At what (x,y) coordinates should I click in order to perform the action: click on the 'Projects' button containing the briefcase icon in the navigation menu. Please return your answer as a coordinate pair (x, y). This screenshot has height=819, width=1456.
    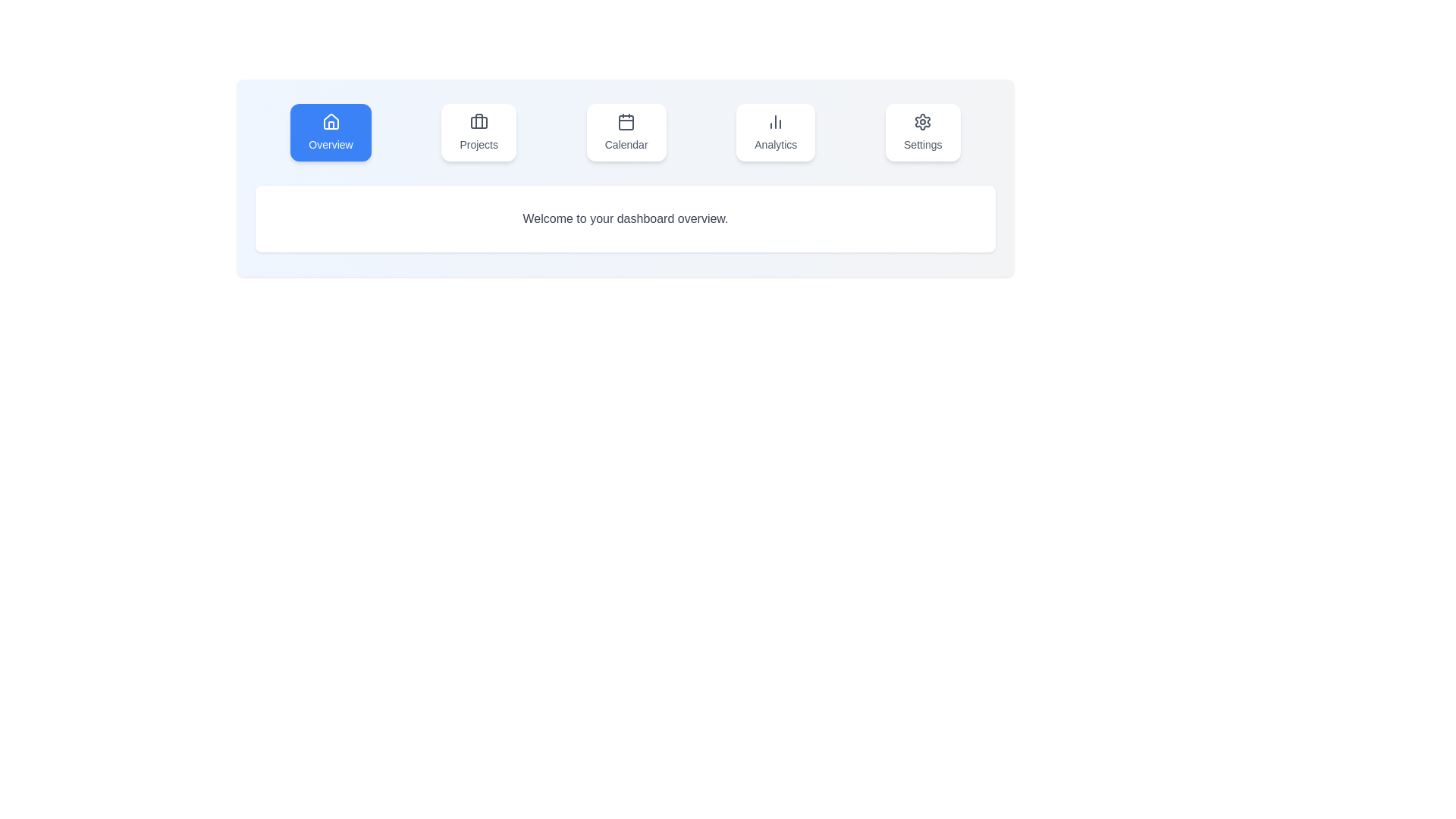
    Looking at the image, I should click on (478, 121).